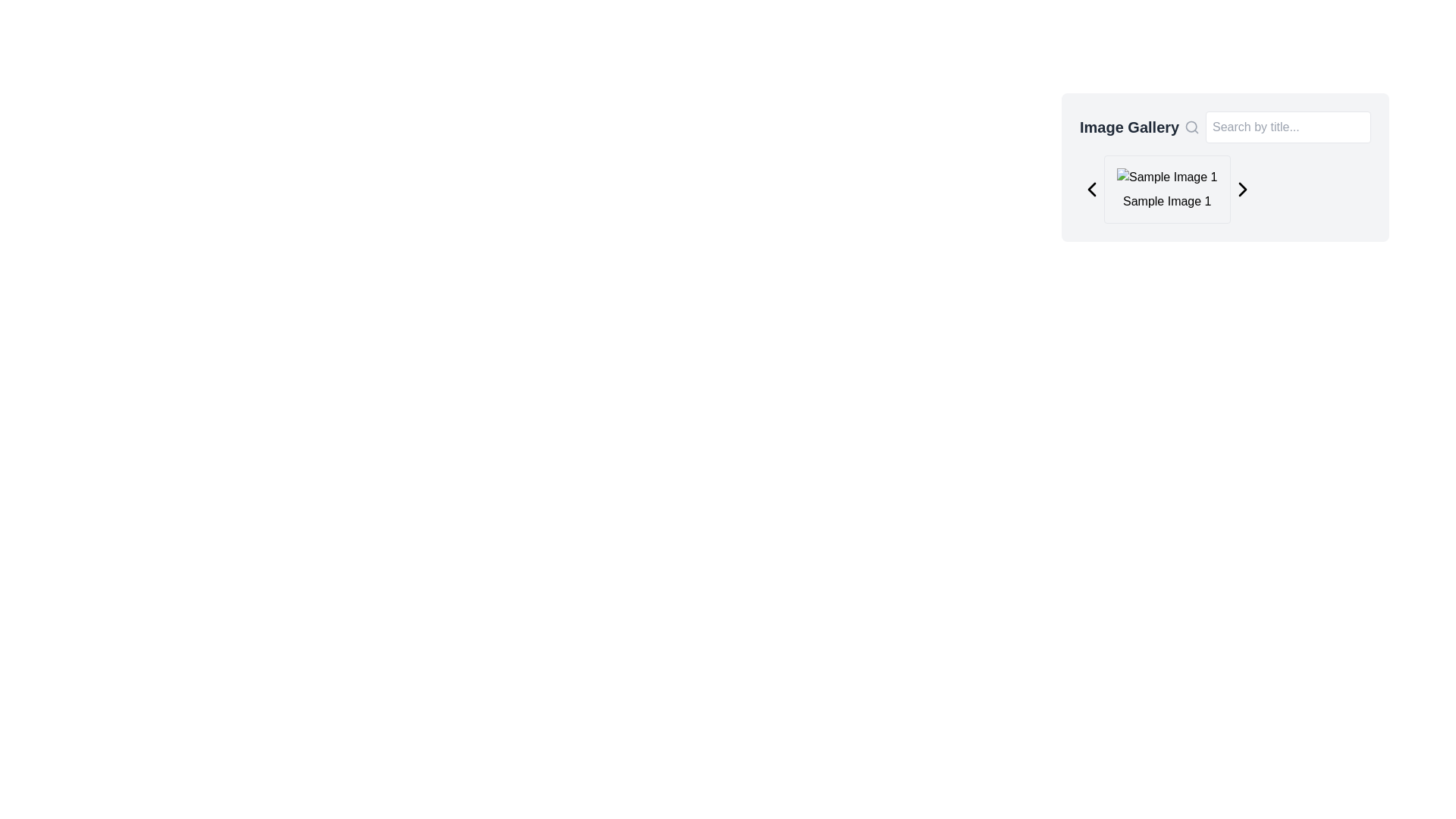 The width and height of the screenshot is (1456, 819). What do you see at coordinates (1092, 189) in the screenshot?
I see `the left chevron icon used for backward navigation in the image gallery` at bounding box center [1092, 189].